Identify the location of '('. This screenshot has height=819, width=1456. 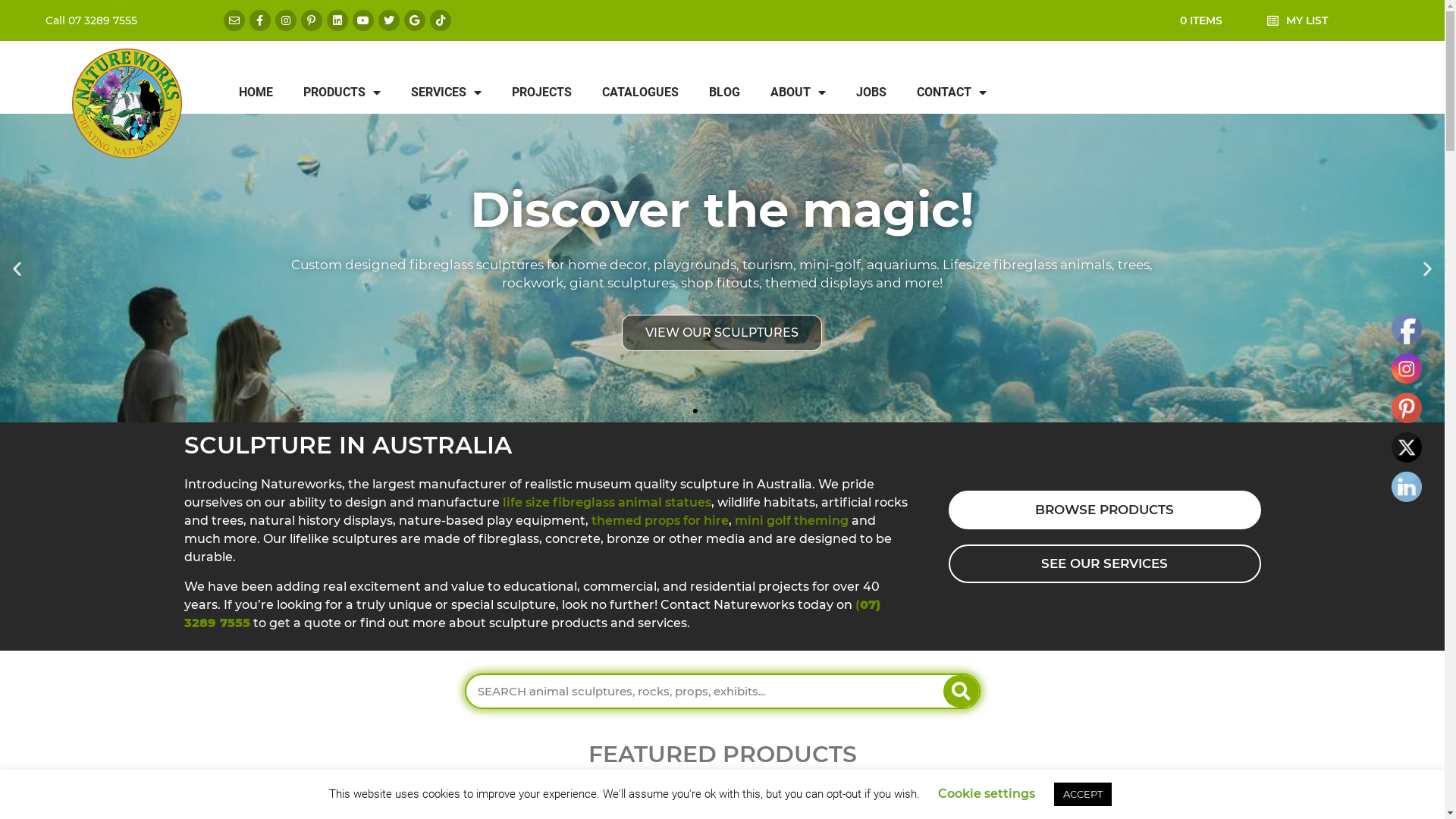
(858, 604).